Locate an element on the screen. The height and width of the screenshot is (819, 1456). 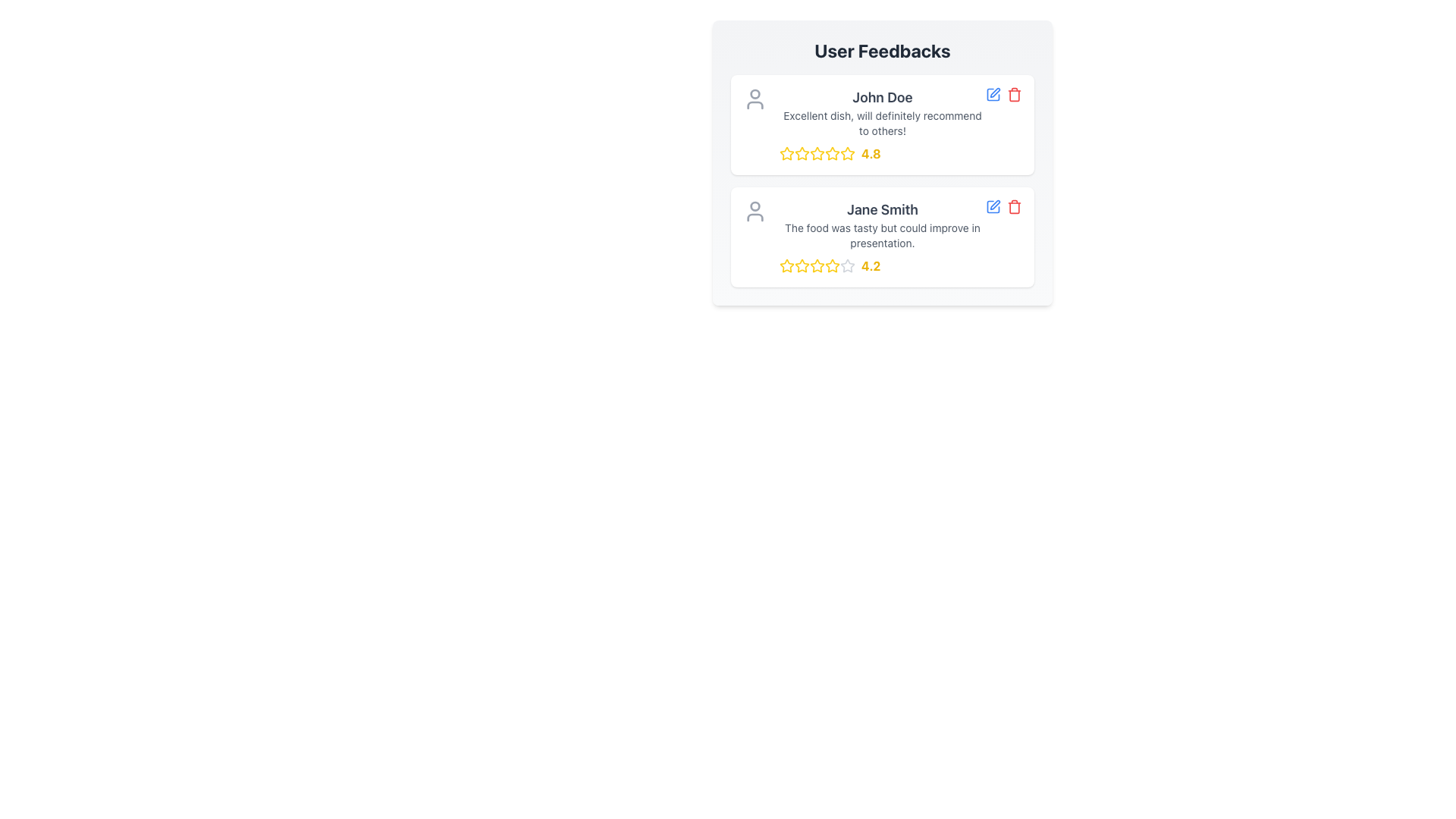
the fourth yellow star icon in the second user feedback card, which is part of a rating system is located at coordinates (832, 265).